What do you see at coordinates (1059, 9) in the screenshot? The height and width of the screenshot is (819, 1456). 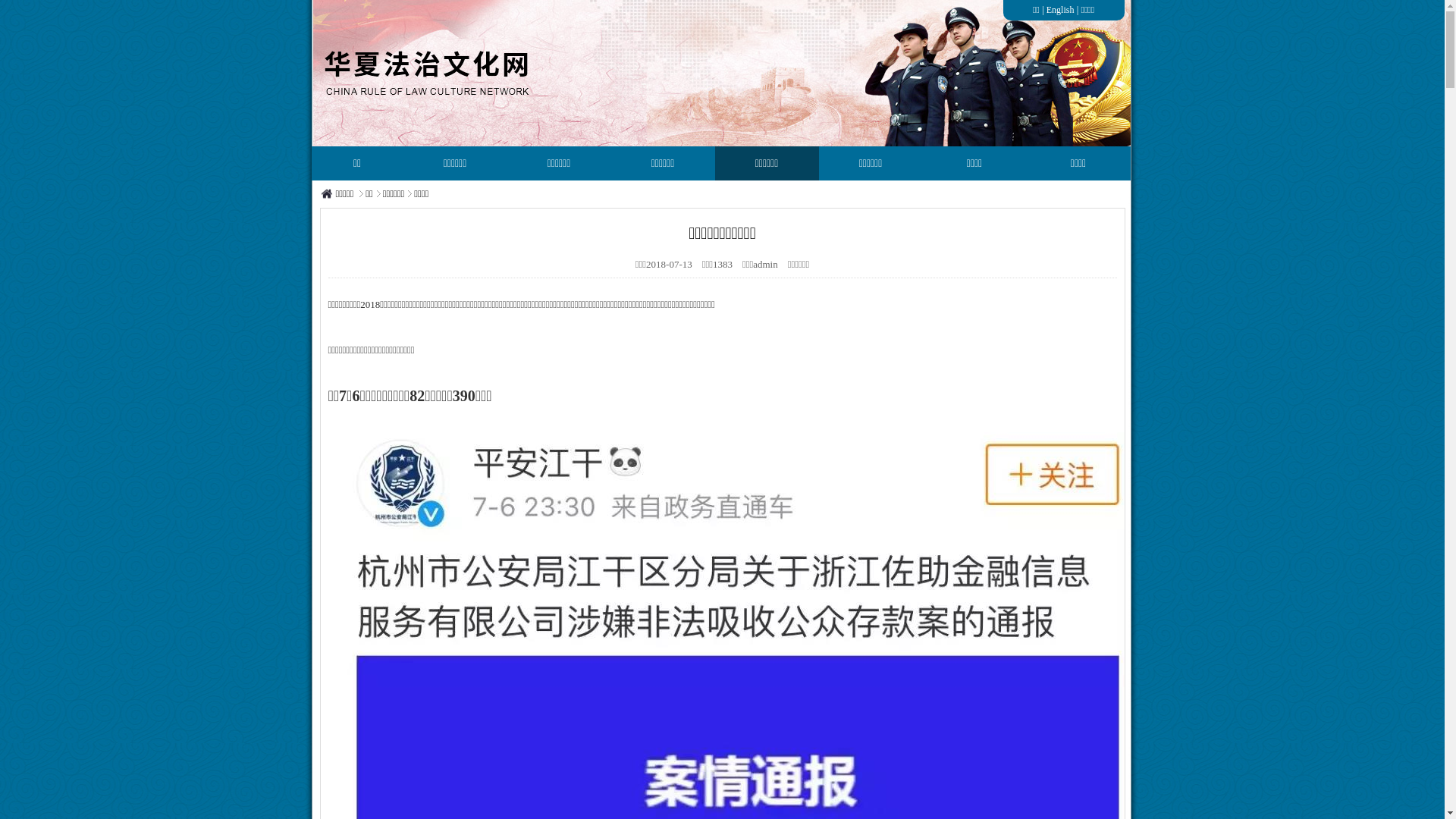 I see `'English'` at bounding box center [1059, 9].